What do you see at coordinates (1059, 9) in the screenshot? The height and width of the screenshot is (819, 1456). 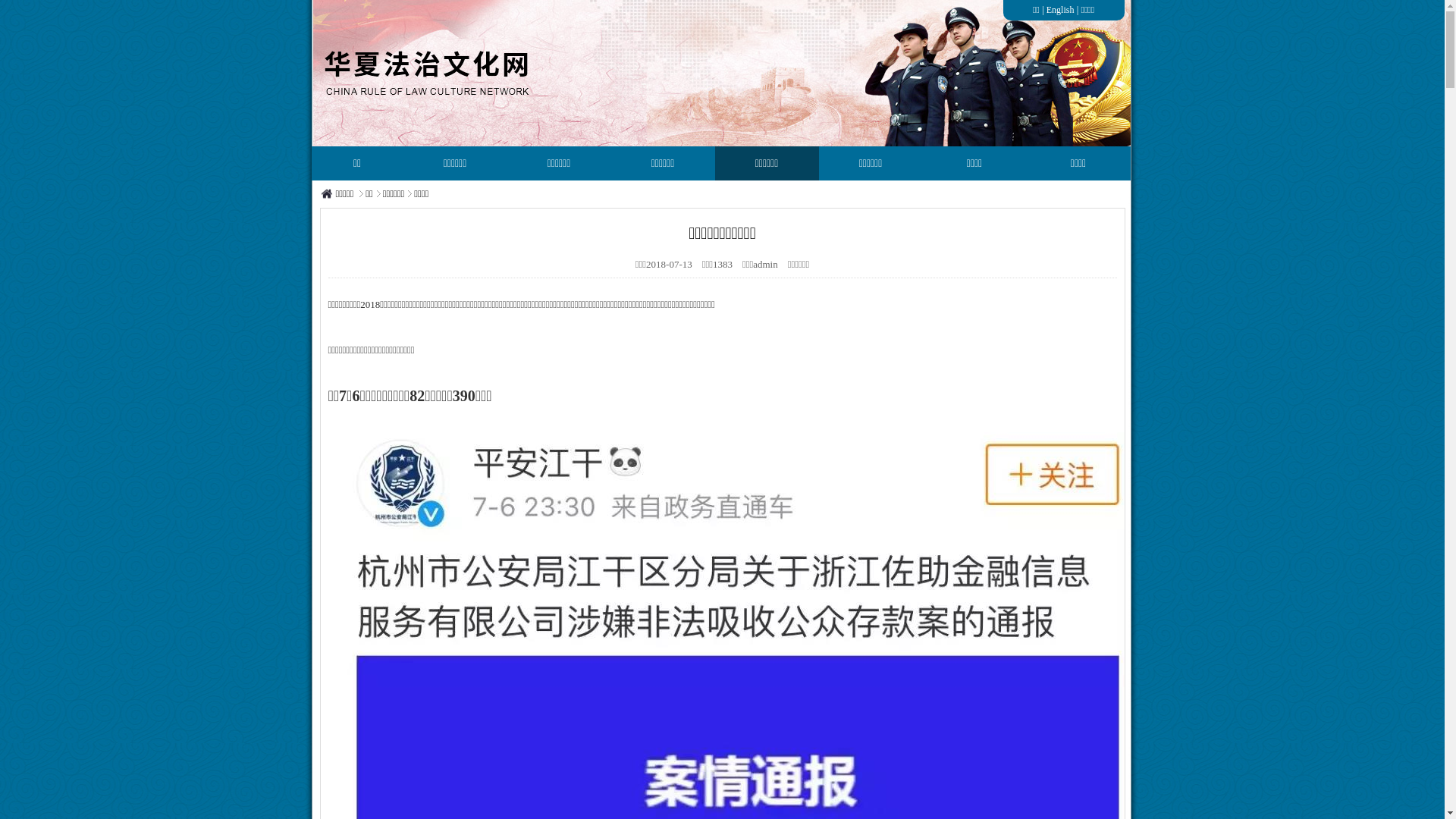 I see `'English'` at bounding box center [1059, 9].